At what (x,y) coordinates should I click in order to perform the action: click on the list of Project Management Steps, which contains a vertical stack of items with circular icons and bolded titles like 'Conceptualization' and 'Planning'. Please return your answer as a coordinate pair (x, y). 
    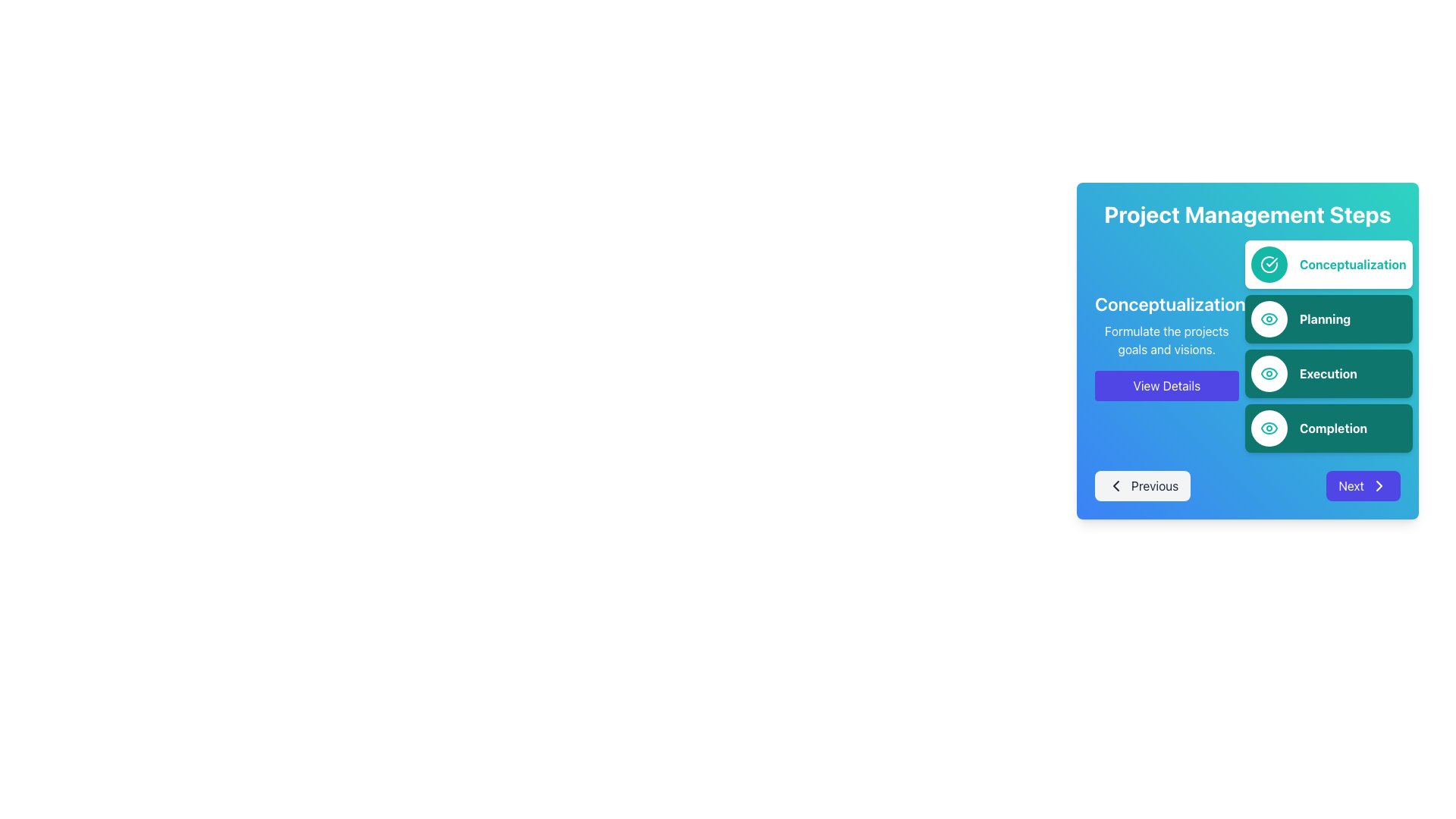
    Looking at the image, I should click on (1328, 346).